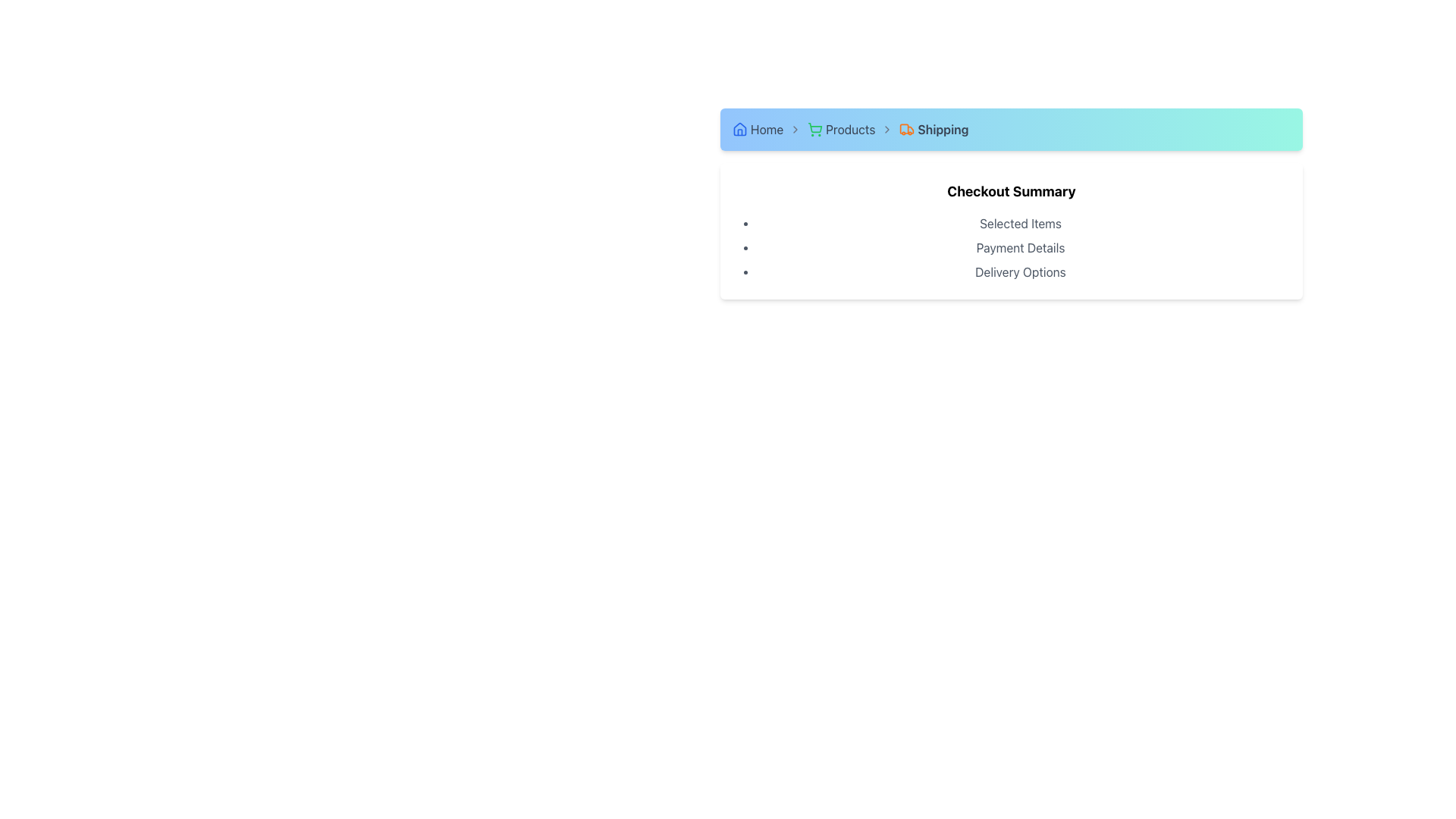 This screenshot has height=819, width=1456. What do you see at coordinates (905, 128) in the screenshot?
I see `the cargo compartment of the truck icon within the breadcrumb navigation, located between 'Products' and 'Shipping'` at bounding box center [905, 128].